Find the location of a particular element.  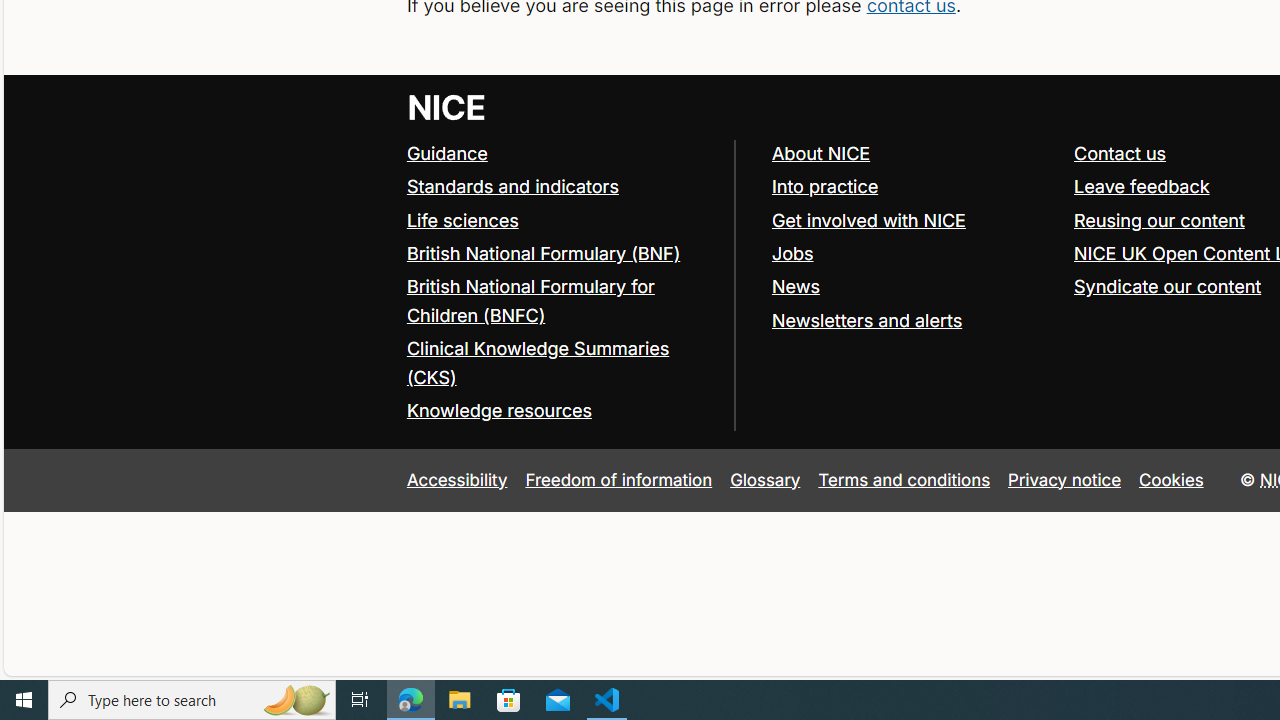

'Get involved with NICE' is located at coordinates (912, 221).